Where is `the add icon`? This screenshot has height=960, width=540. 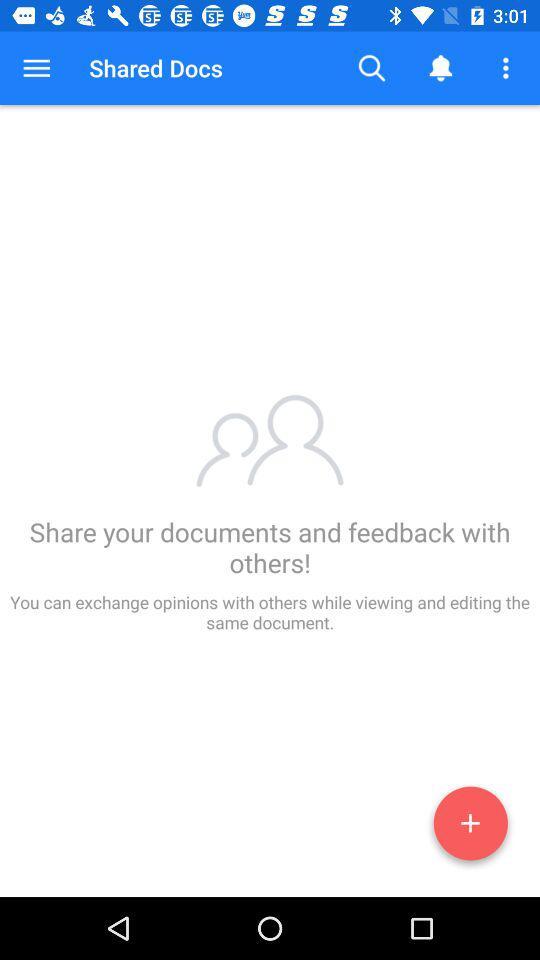
the add icon is located at coordinates (470, 827).